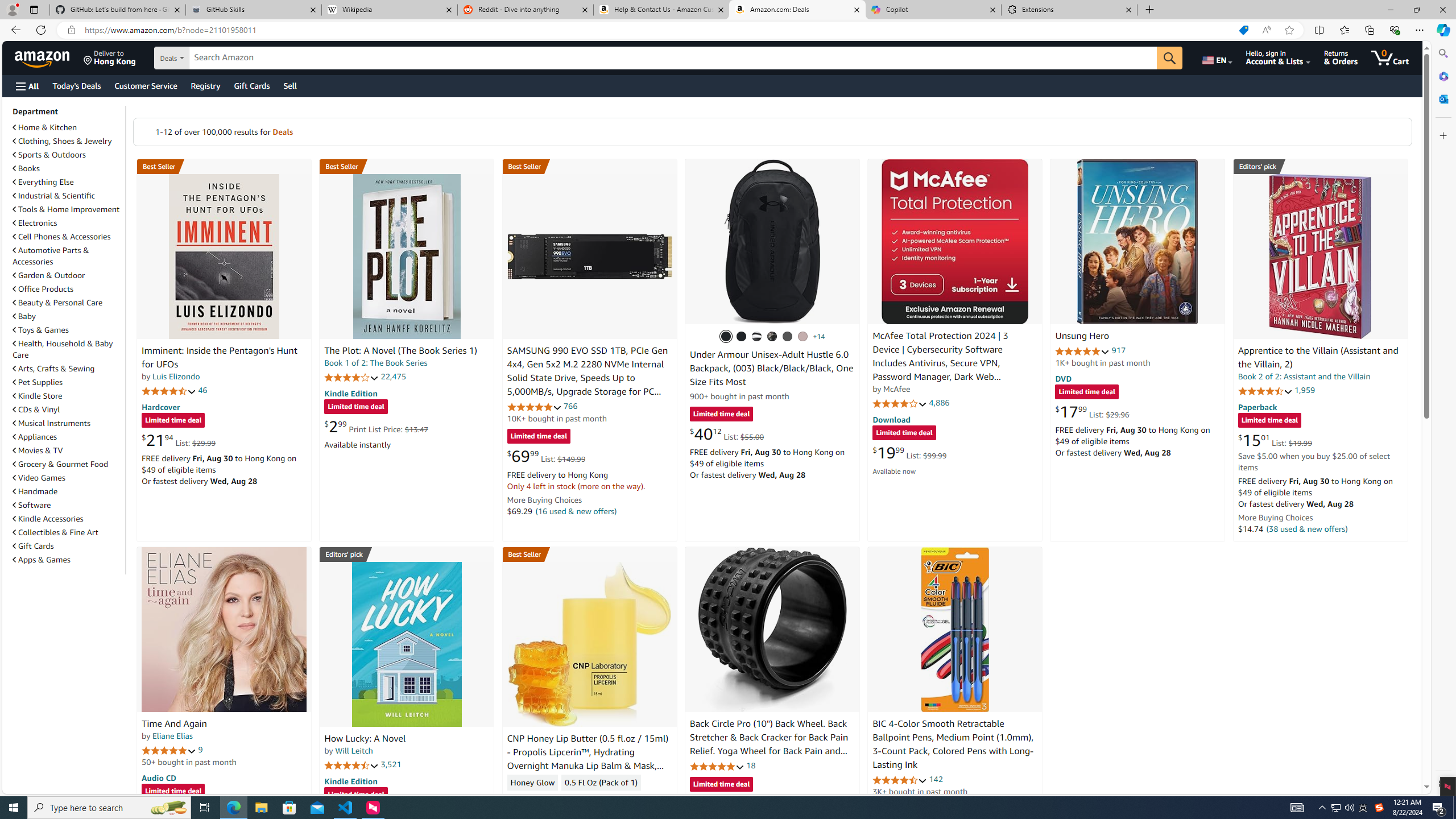 The image size is (1456, 819). What do you see at coordinates (36, 409) in the screenshot?
I see `'CDs & Vinyl'` at bounding box center [36, 409].